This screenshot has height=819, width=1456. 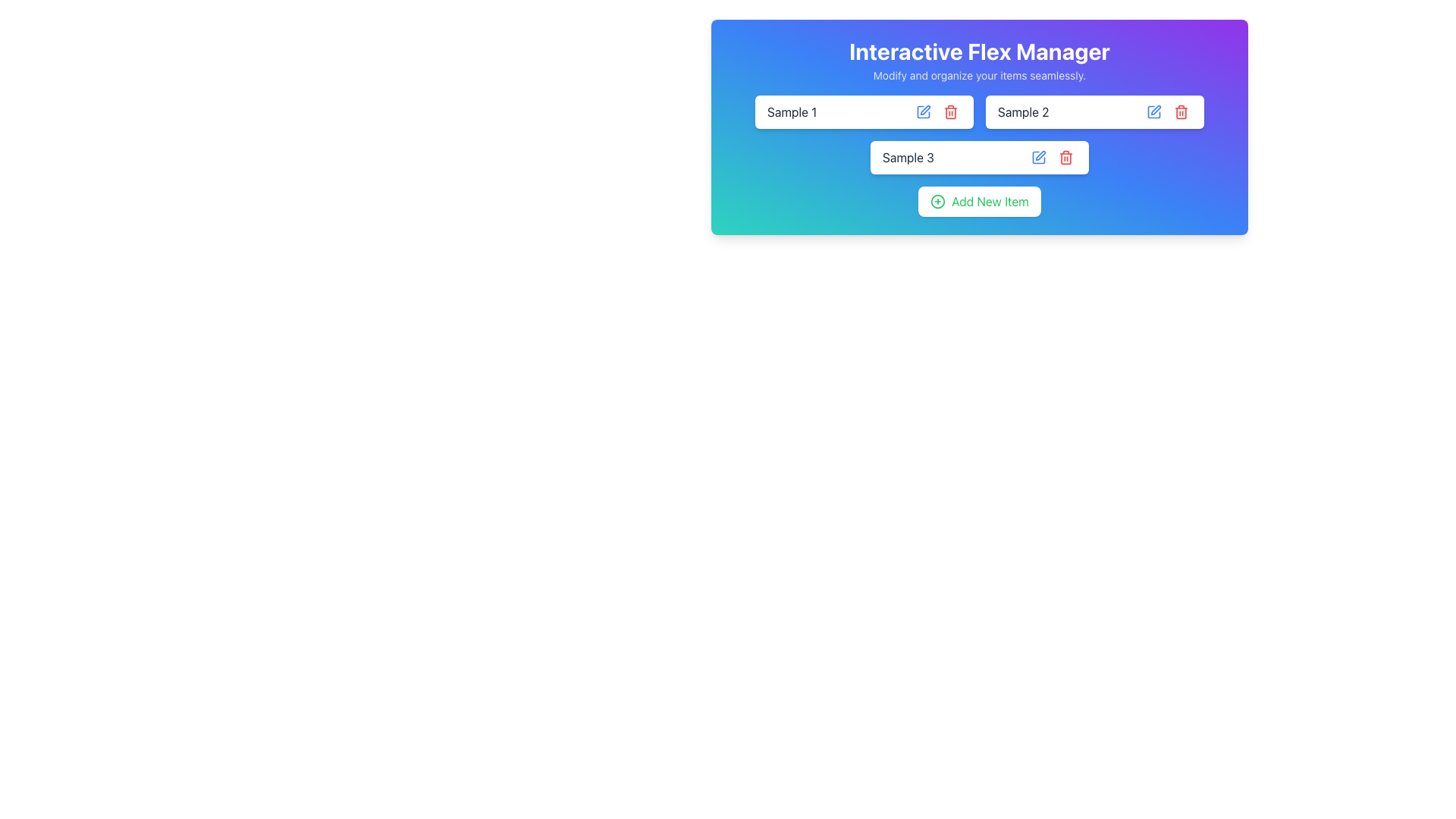 I want to click on the circular SVG element representing the outer rim of the plus sign icon, so click(x=937, y=201).